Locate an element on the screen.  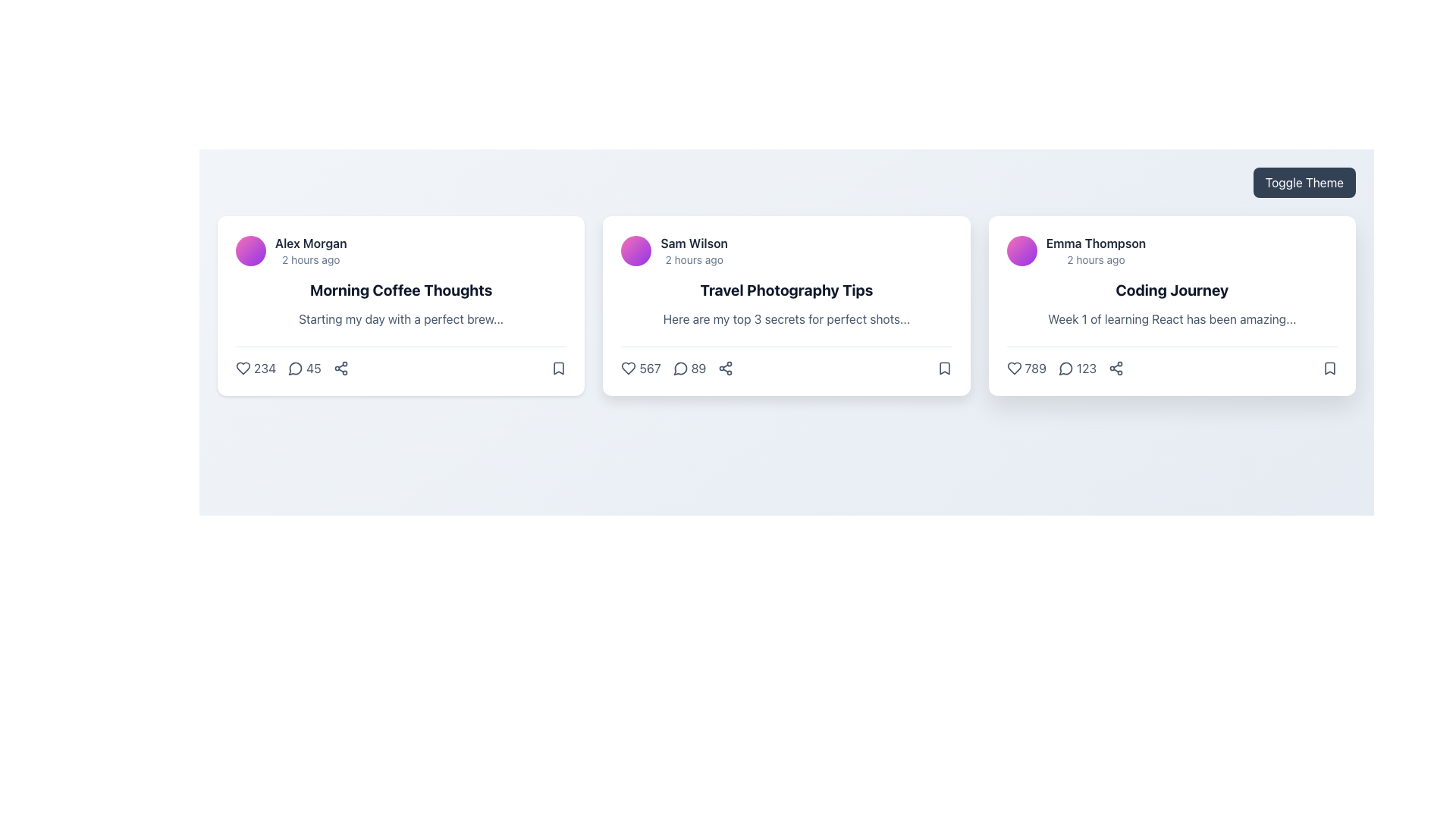
the share button, which is a small icon resembling three interconnected circles forming a triangular shape, located in the bottom-right corner of the third card, positioned before a bookmark icon is located at coordinates (1116, 369).